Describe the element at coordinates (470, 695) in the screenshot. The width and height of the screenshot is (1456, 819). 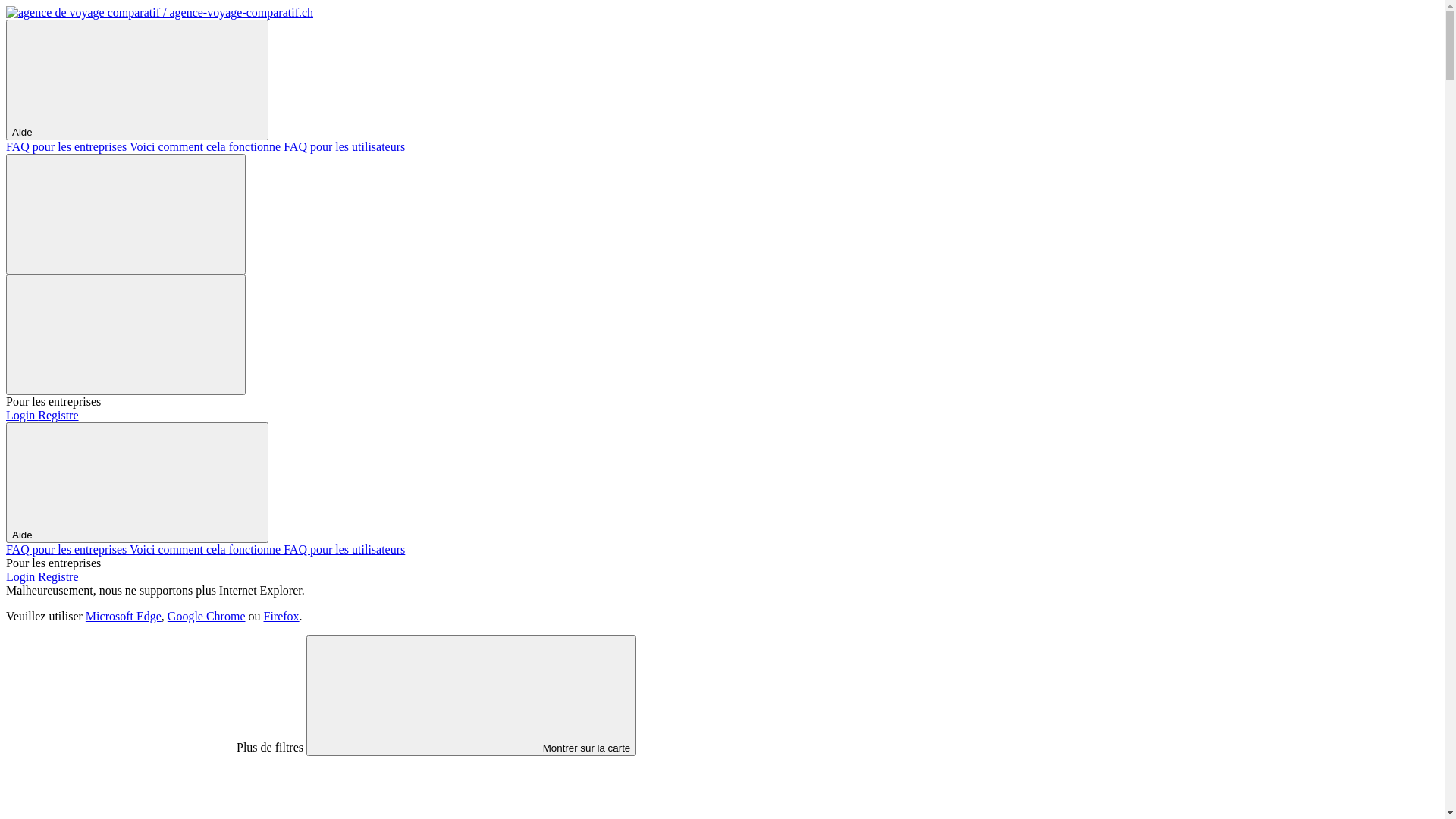
I see `'Montrer sur la carte Montrer sur la carte'` at that location.